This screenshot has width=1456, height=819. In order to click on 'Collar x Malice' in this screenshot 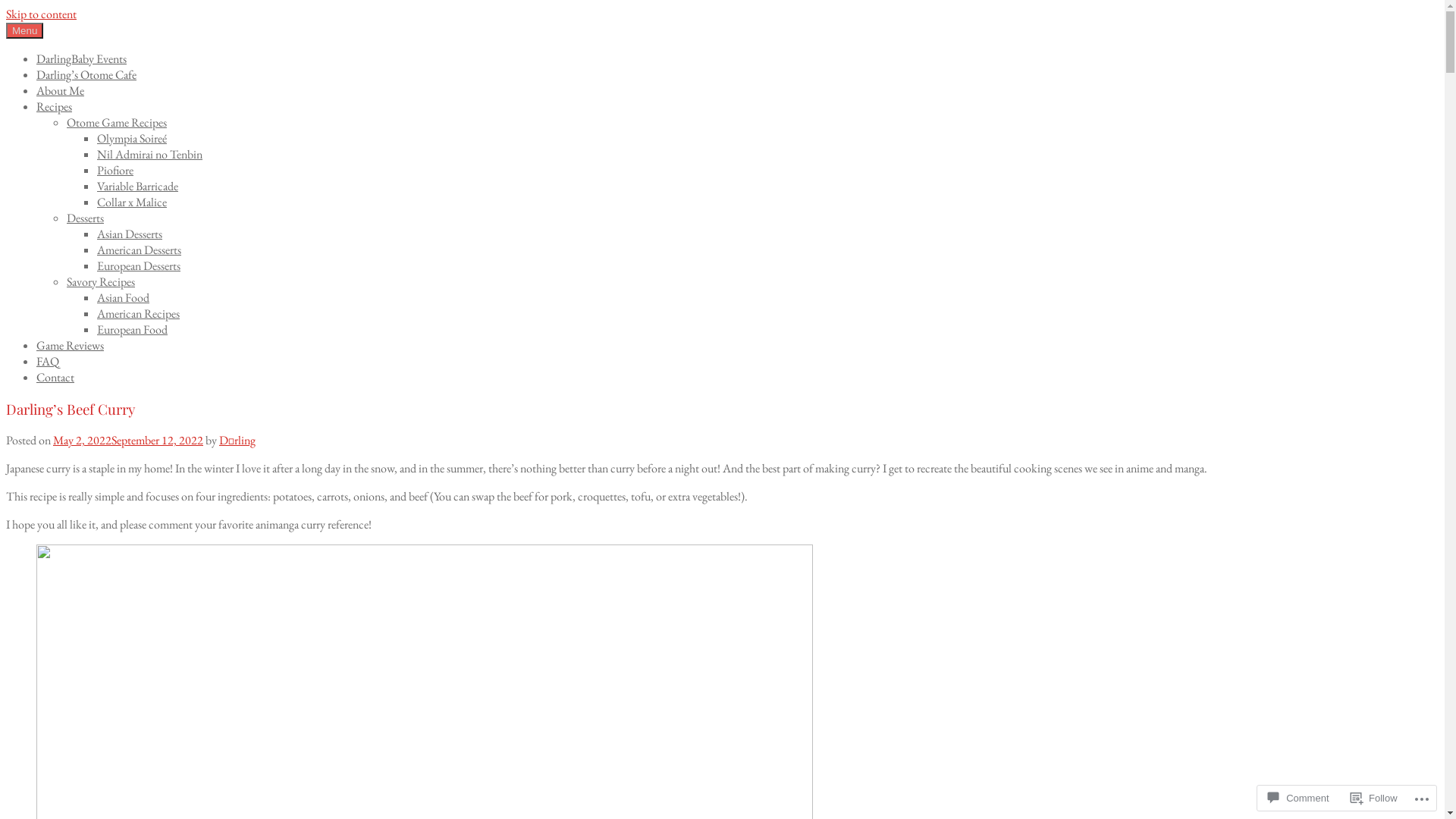, I will do `click(131, 201)`.